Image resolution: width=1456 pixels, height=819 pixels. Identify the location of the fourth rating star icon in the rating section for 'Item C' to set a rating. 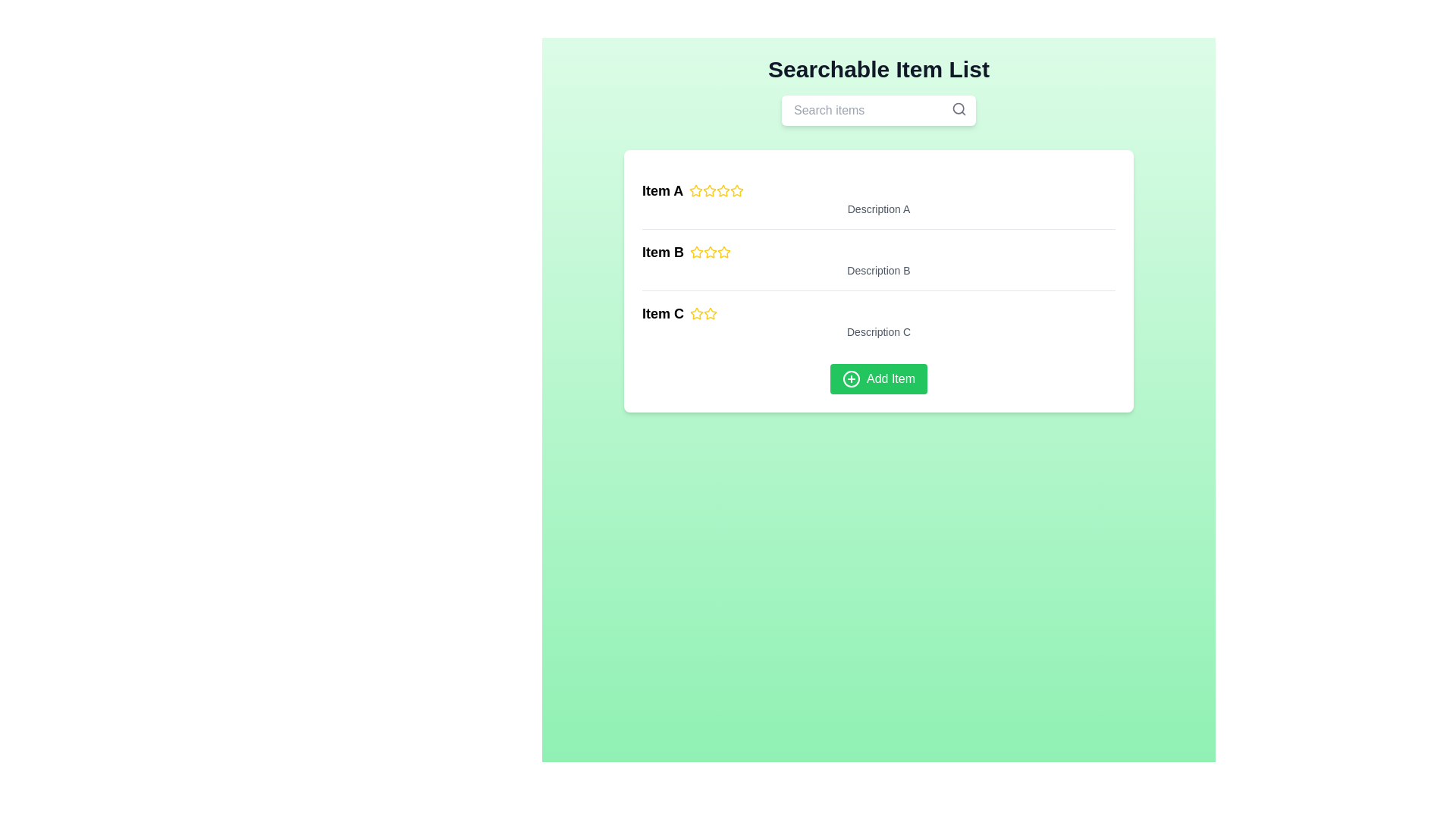
(696, 312).